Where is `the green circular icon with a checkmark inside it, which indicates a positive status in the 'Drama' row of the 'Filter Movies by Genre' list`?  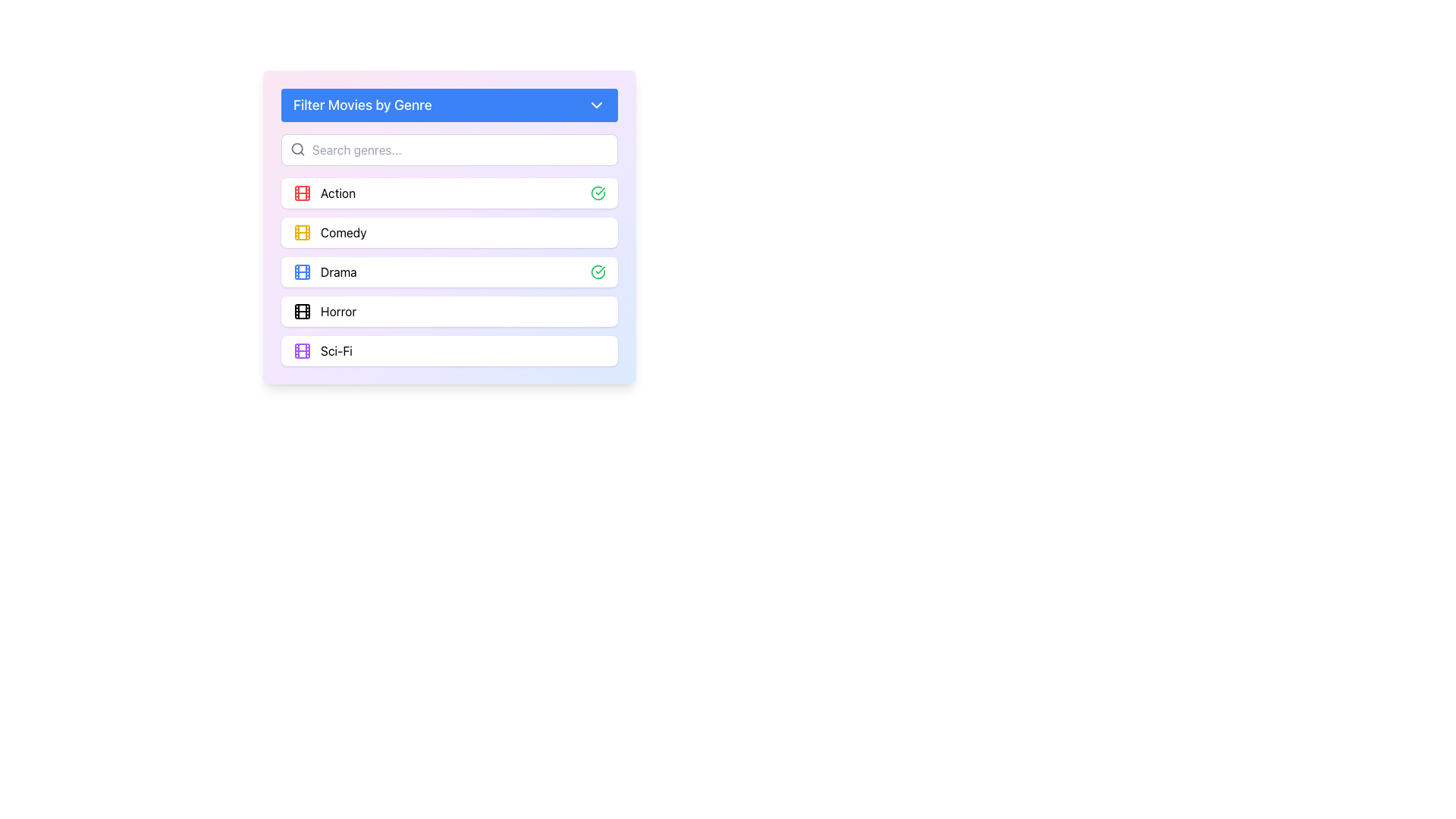
the green circular icon with a checkmark inside it, which indicates a positive status in the 'Drama' row of the 'Filter Movies by Genre' list is located at coordinates (597, 271).